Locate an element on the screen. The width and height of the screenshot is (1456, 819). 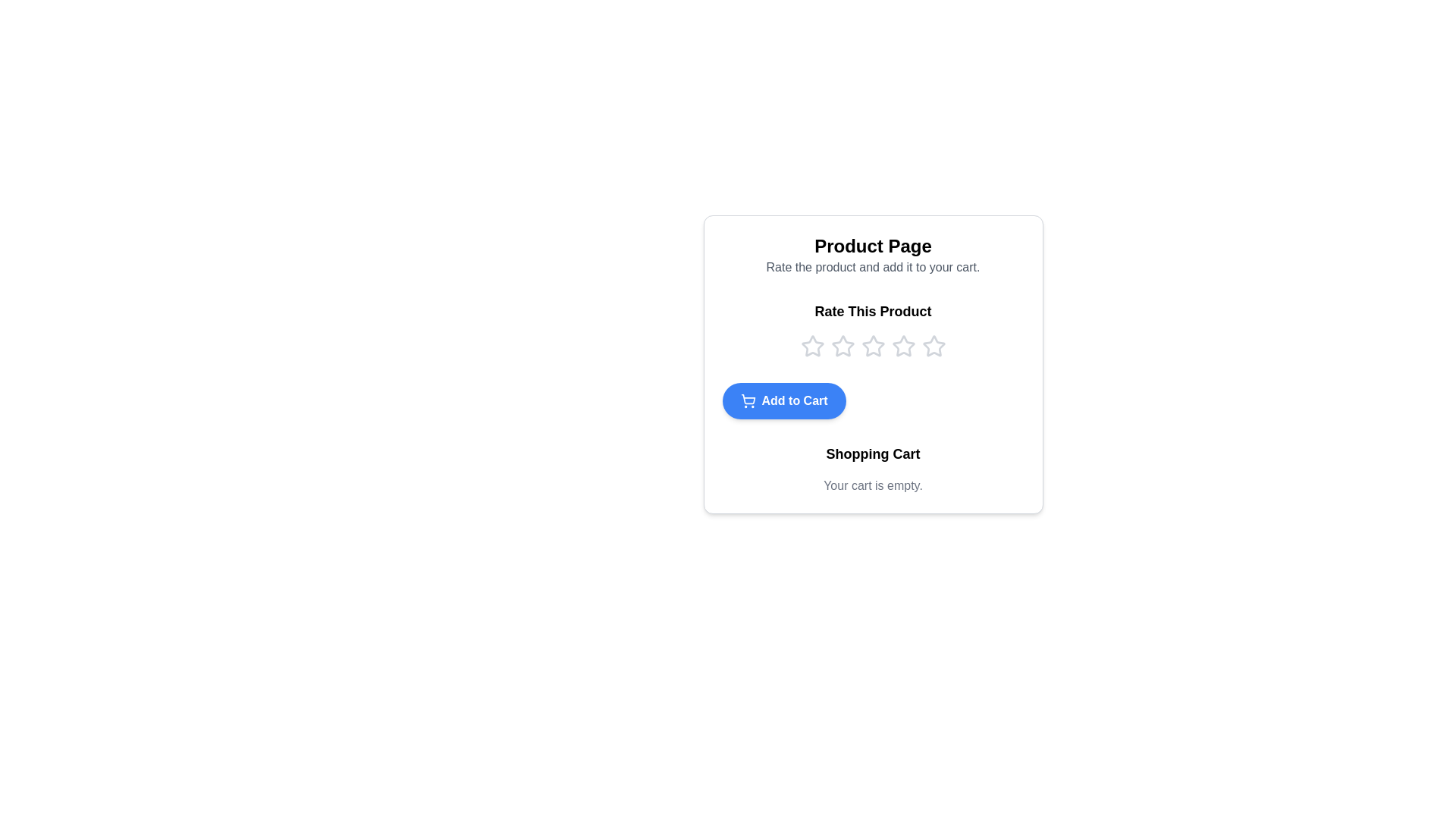
the shopping cart icon, which visually represents the 'Add to Cart' functionality located to the left of the 'Add to Cart' button is located at coordinates (748, 398).